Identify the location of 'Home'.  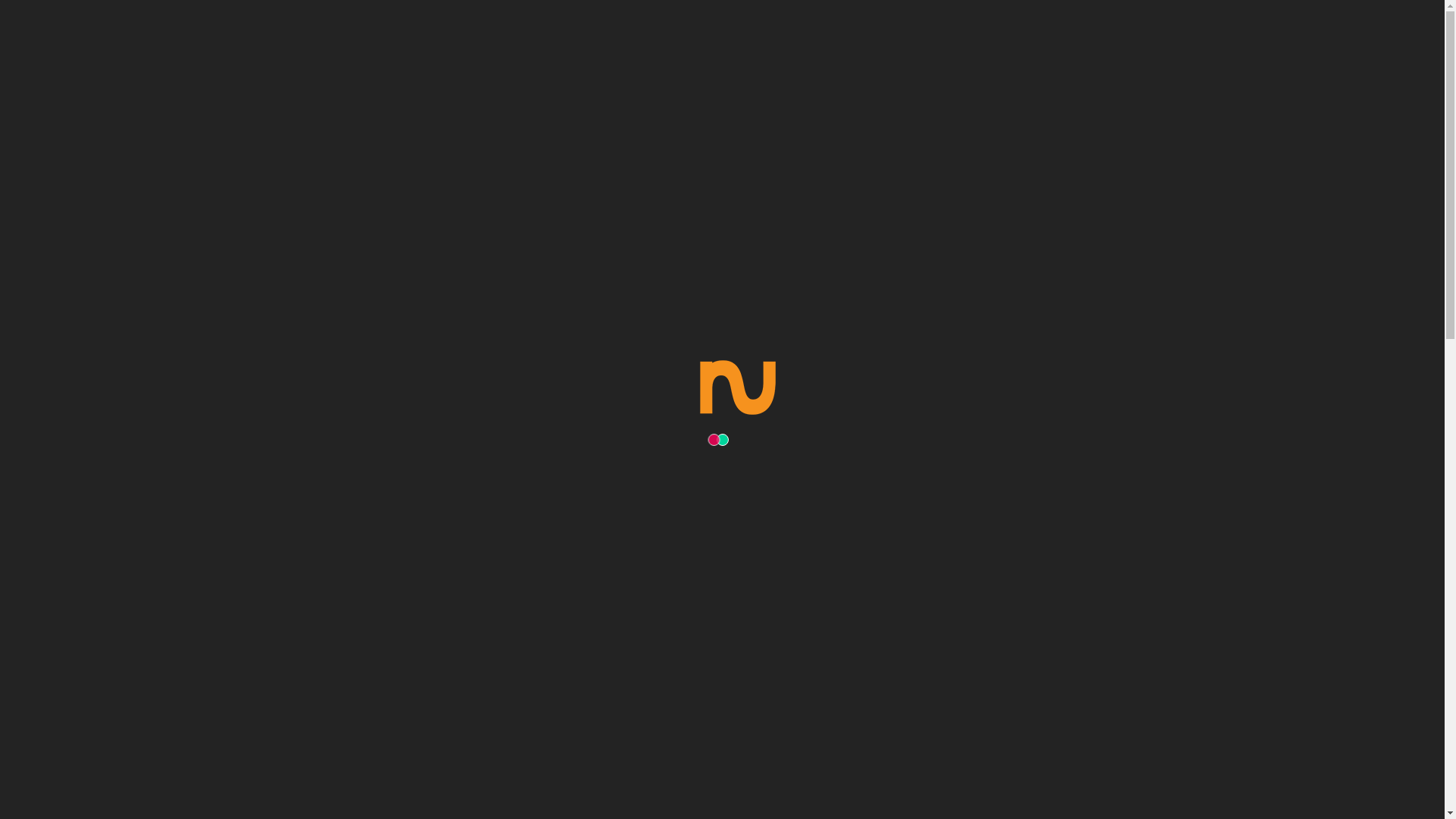
(667, 273).